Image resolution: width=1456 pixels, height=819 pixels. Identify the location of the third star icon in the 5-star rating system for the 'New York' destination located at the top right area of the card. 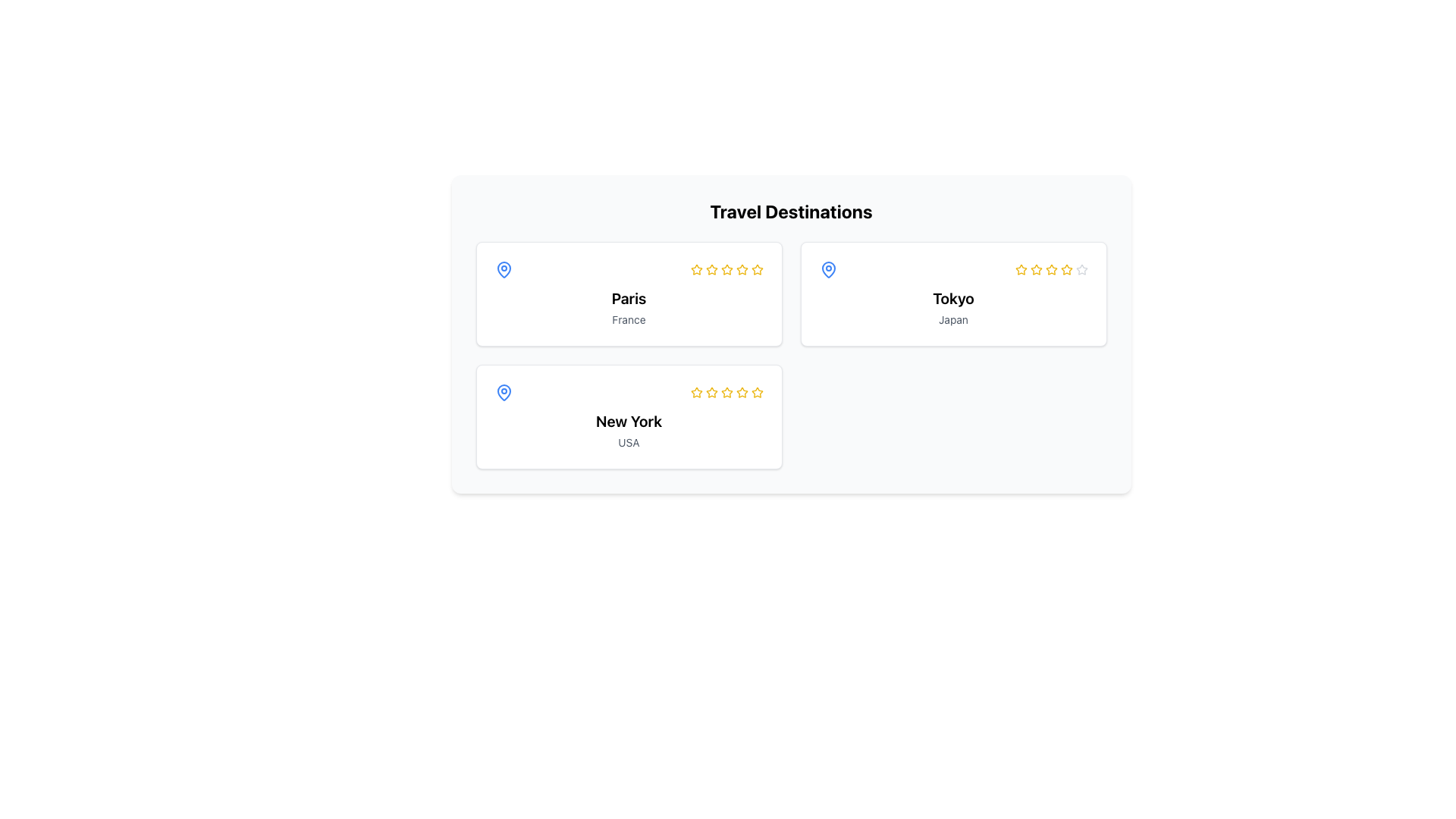
(757, 391).